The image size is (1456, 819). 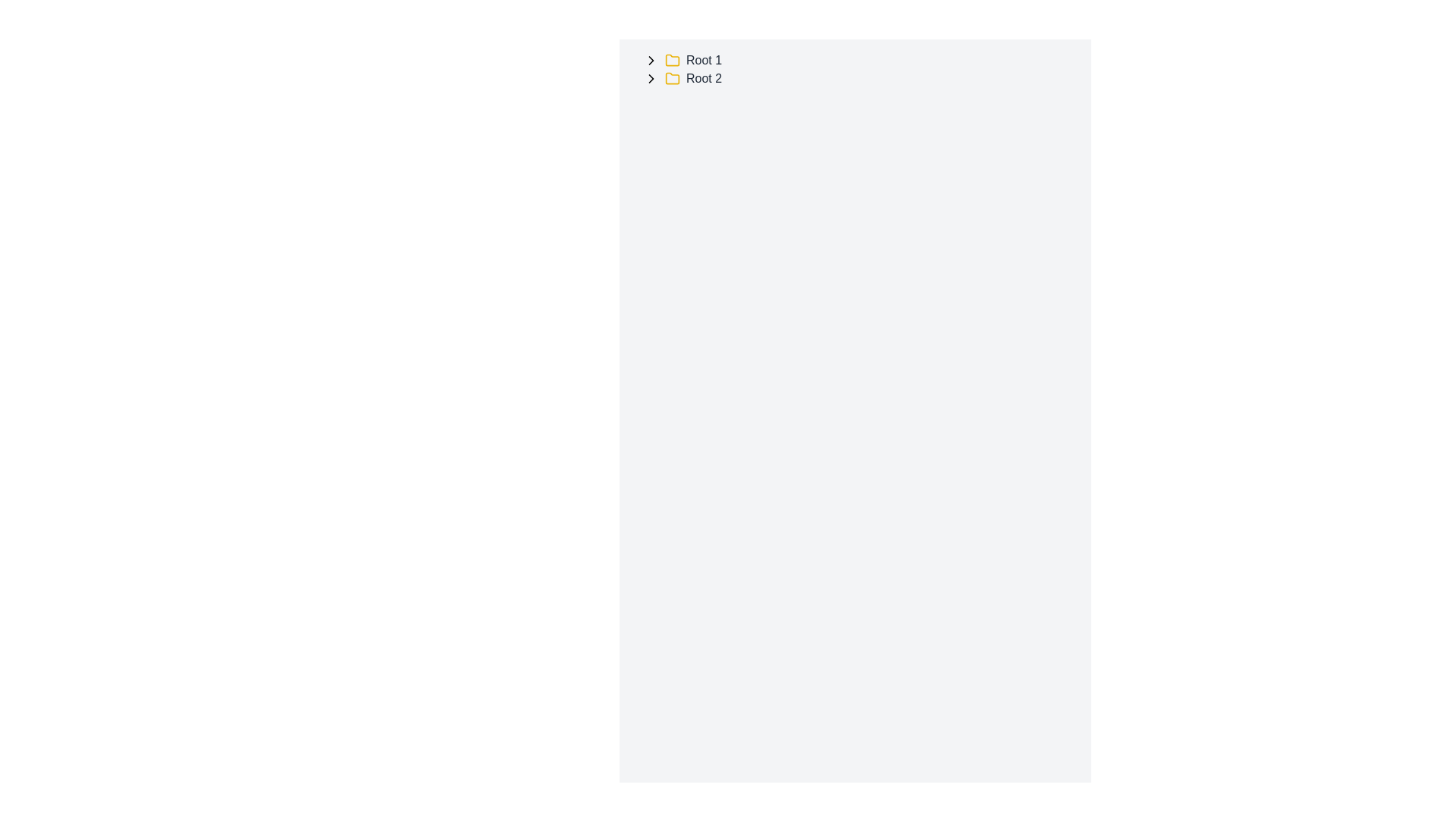 What do you see at coordinates (672, 60) in the screenshot?
I see `the visual state of the yellow folder icon styled with a lined design, located immediately to the left of the text 'Root 1'` at bounding box center [672, 60].